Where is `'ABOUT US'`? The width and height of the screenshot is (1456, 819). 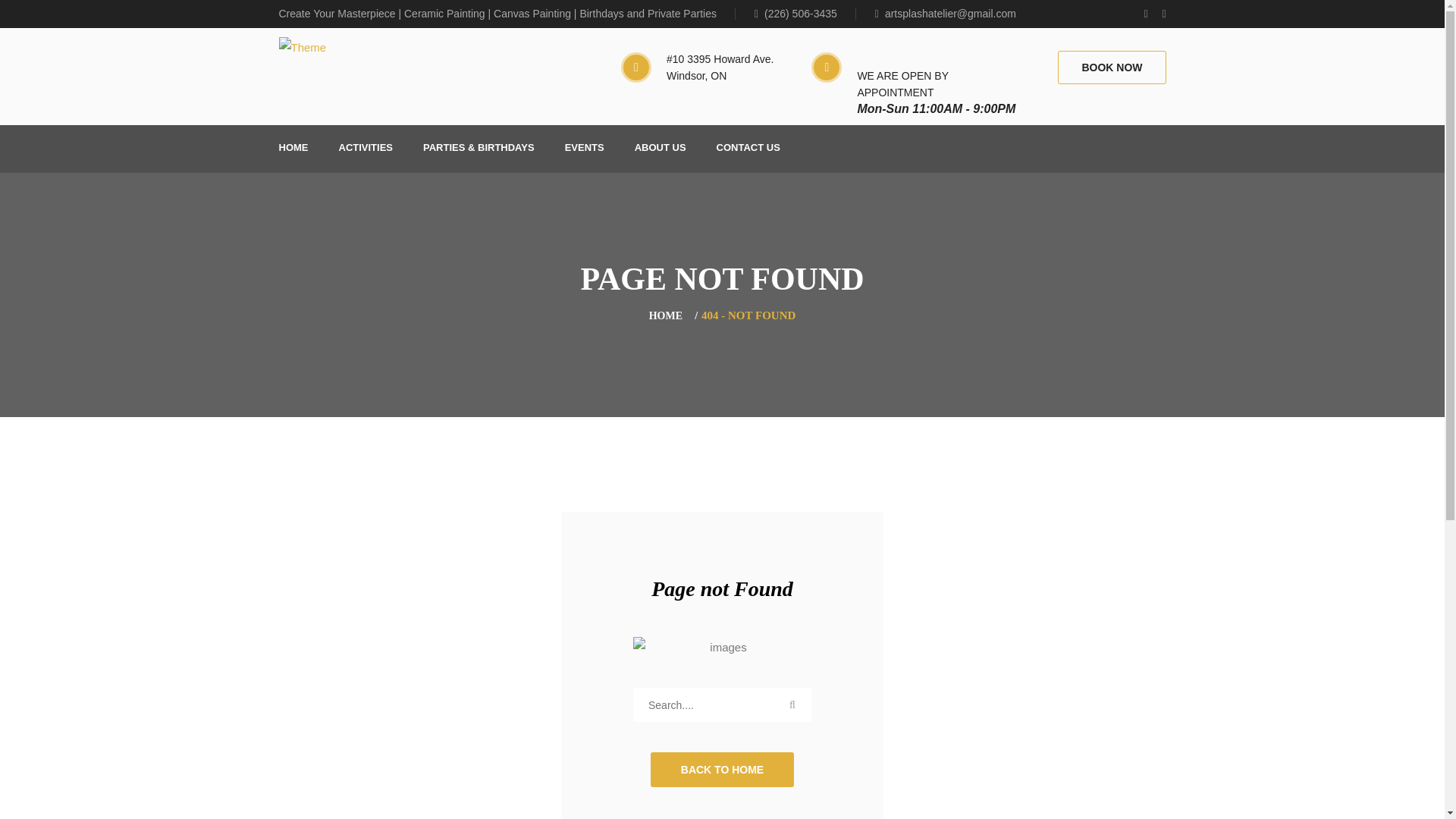
'ABOUT US' is located at coordinates (660, 149).